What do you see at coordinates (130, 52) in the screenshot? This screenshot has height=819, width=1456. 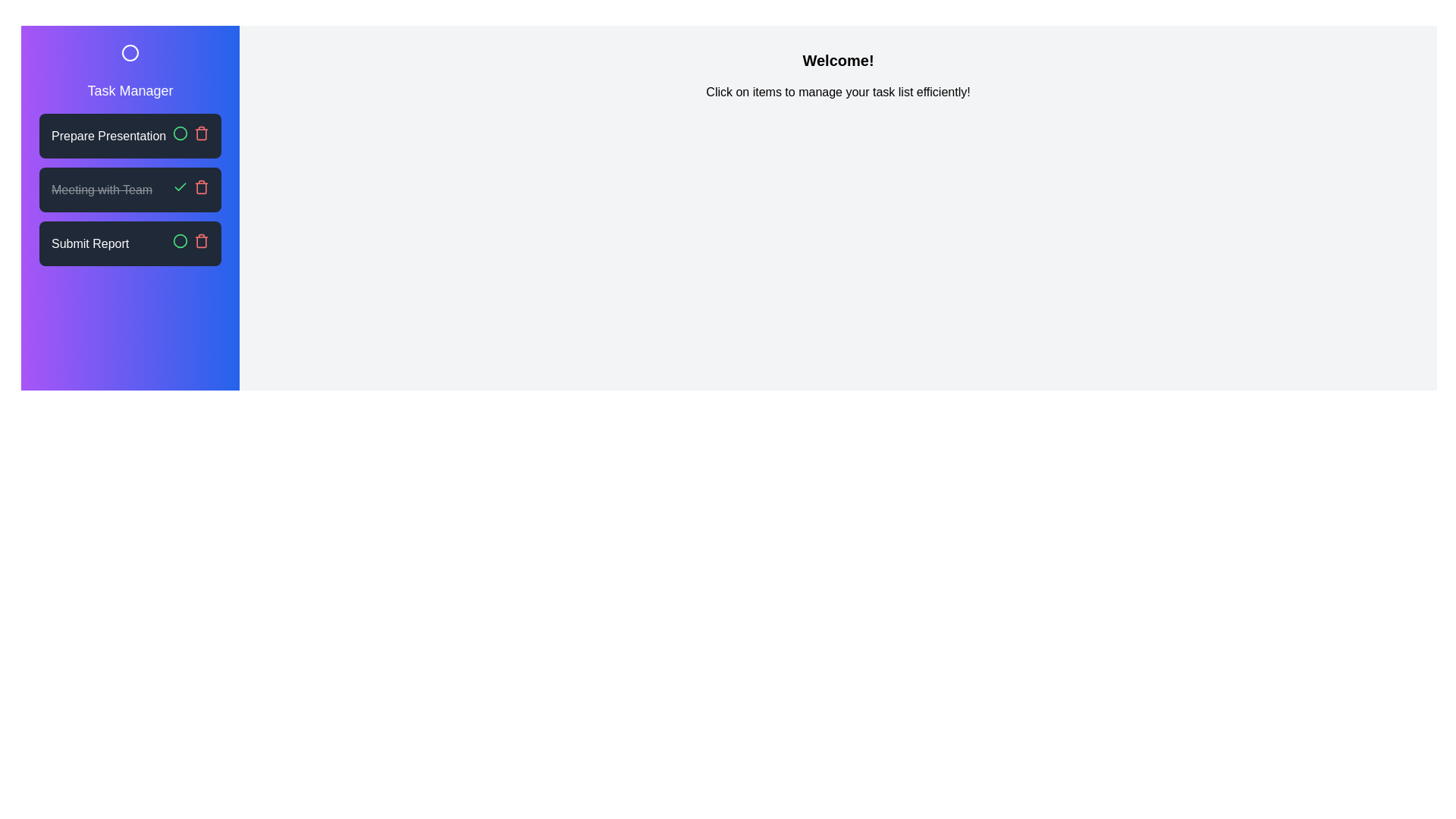 I see `the toggle button to change the drawer state` at bounding box center [130, 52].